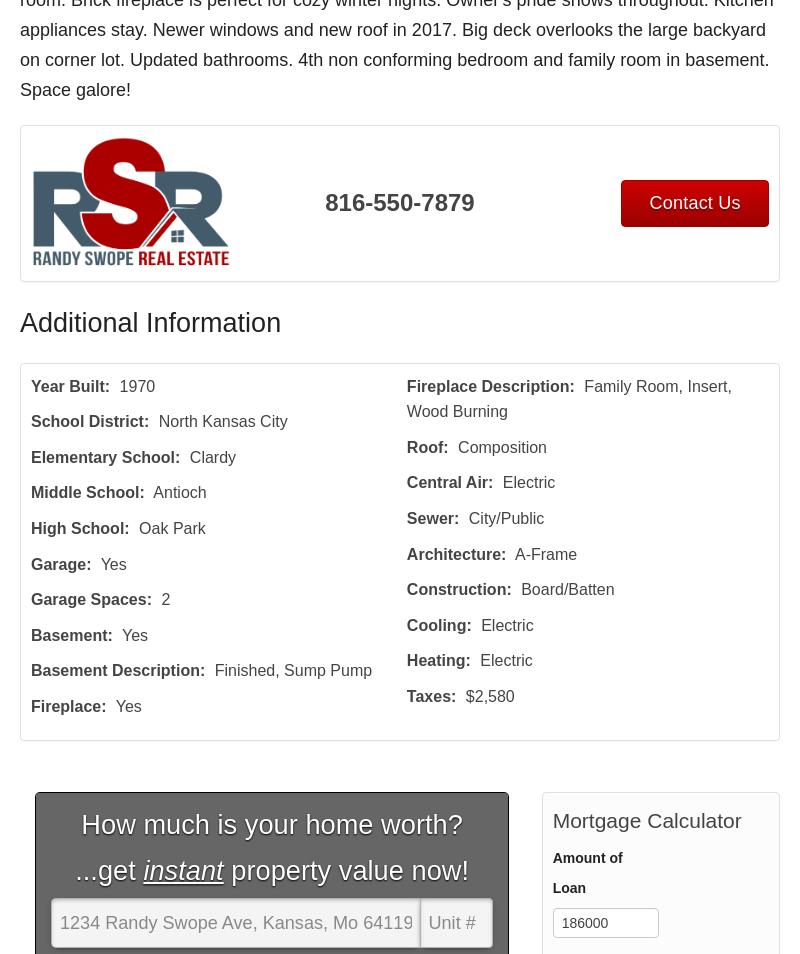 This screenshot has width=800, height=954. What do you see at coordinates (504, 517) in the screenshot?
I see `'City/Public'` at bounding box center [504, 517].